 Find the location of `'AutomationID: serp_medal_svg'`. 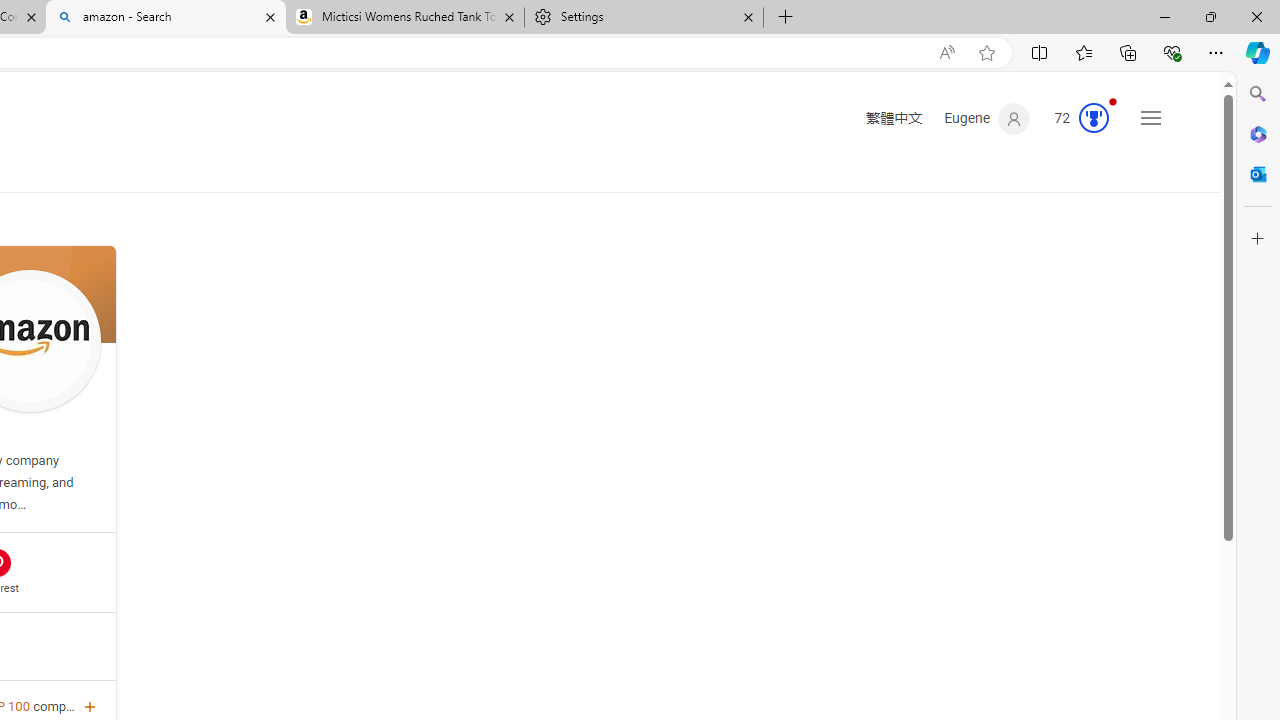

'AutomationID: serp_medal_svg' is located at coordinates (1092, 118).